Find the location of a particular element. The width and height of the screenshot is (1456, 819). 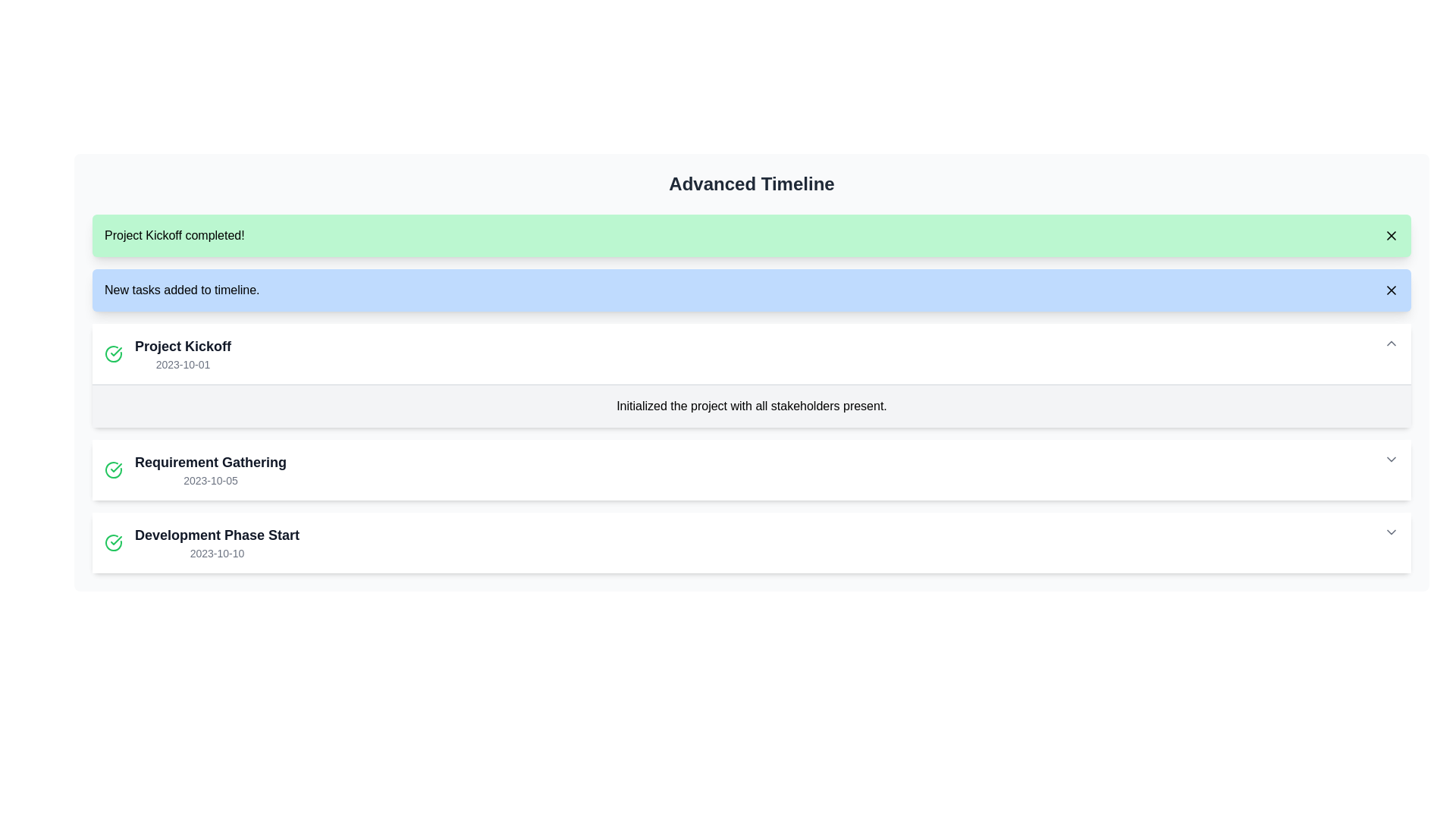

the close or dismiss button located at the far right of the blue notification bar in the timeline section is located at coordinates (1391, 290).